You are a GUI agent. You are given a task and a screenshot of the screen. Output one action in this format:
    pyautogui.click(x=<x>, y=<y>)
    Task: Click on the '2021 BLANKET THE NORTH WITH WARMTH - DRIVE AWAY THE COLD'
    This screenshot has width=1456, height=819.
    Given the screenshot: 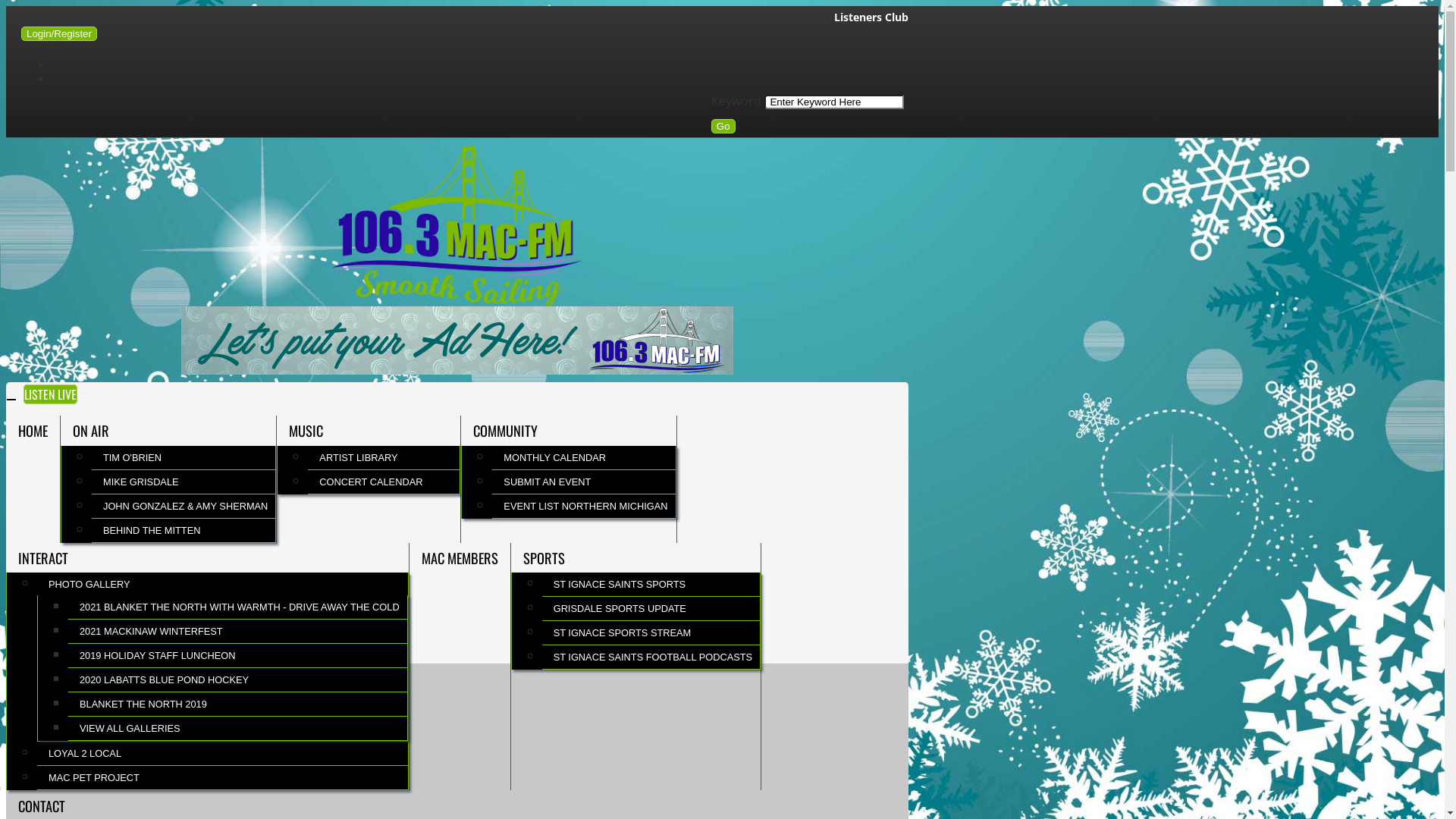 What is the action you would take?
    pyautogui.click(x=237, y=606)
    